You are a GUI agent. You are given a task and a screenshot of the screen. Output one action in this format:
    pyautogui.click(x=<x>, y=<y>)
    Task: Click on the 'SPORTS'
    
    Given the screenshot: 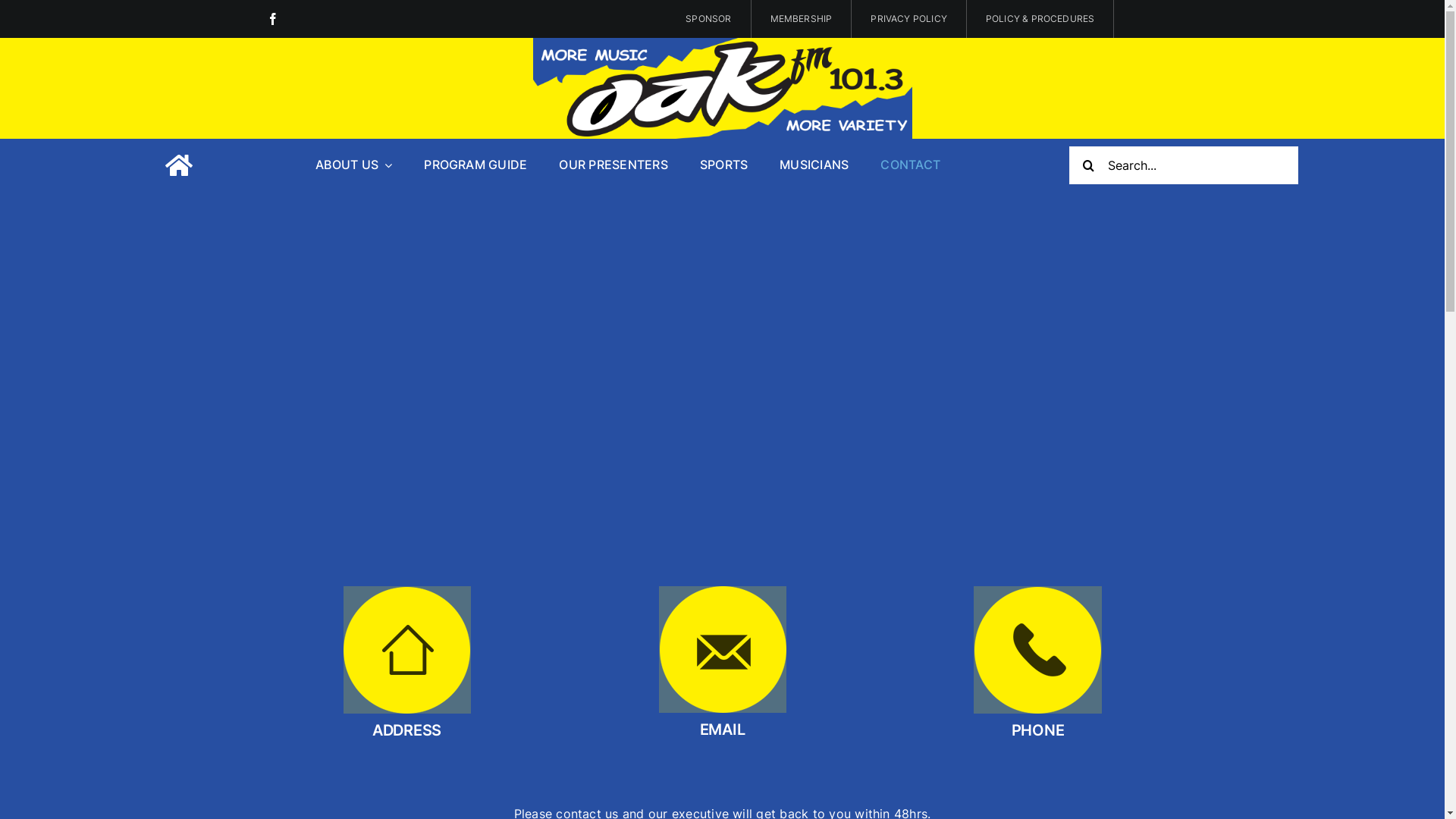 What is the action you would take?
    pyautogui.click(x=723, y=165)
    